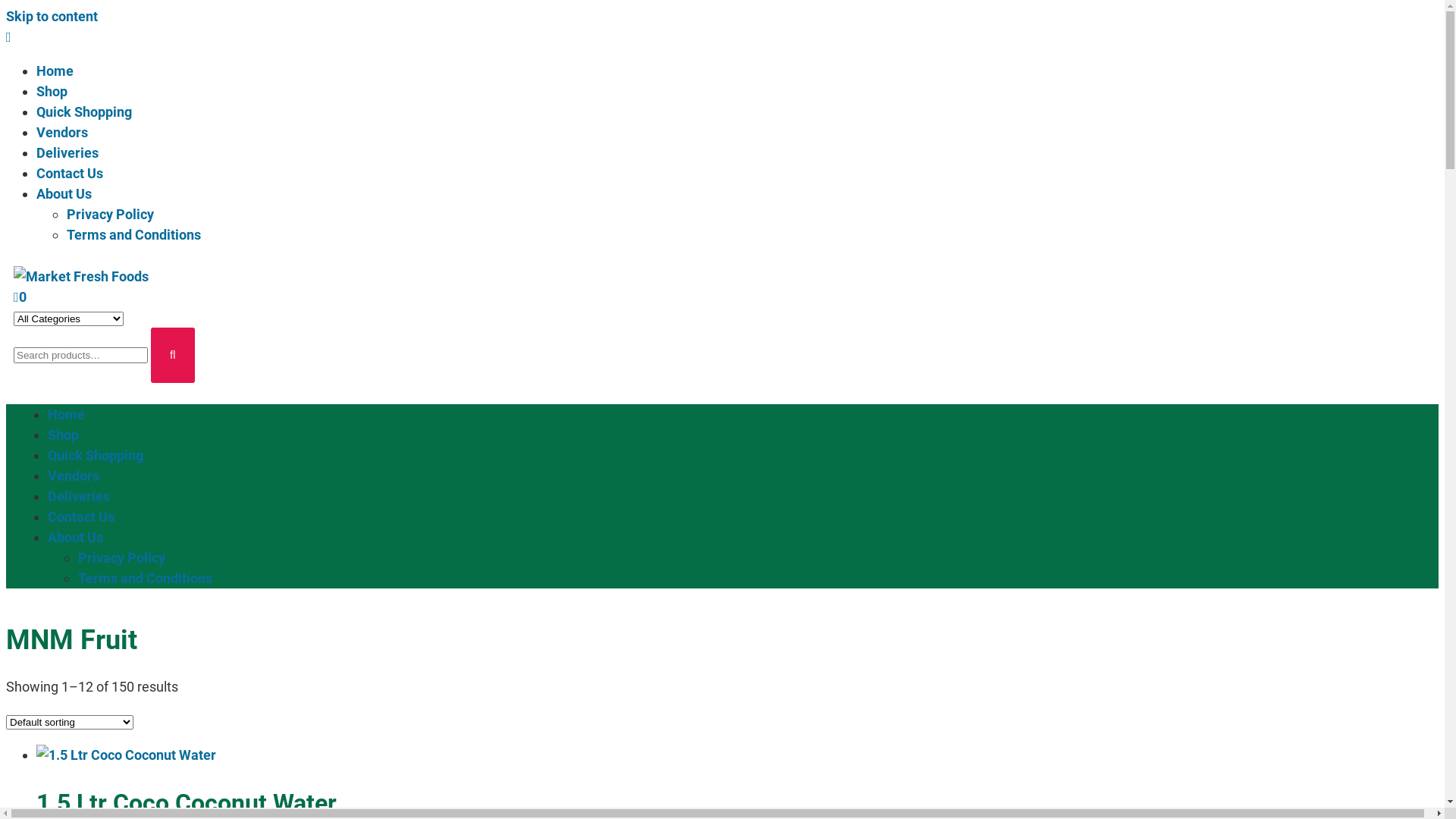  I want to click on 'Skip to content', so click(6, 16).